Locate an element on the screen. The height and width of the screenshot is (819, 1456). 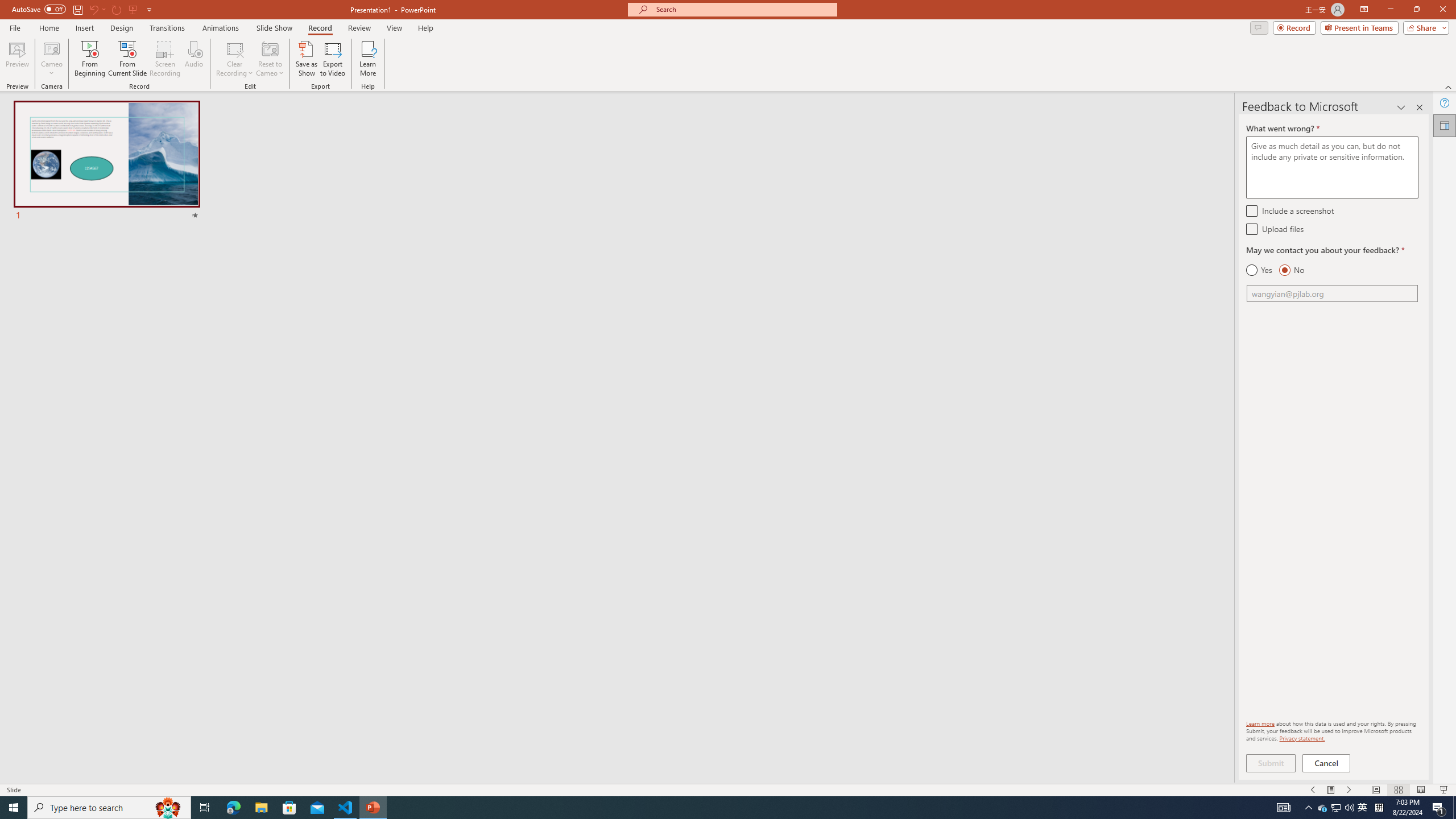
'Yes' is located at coordinates (1259, 270).